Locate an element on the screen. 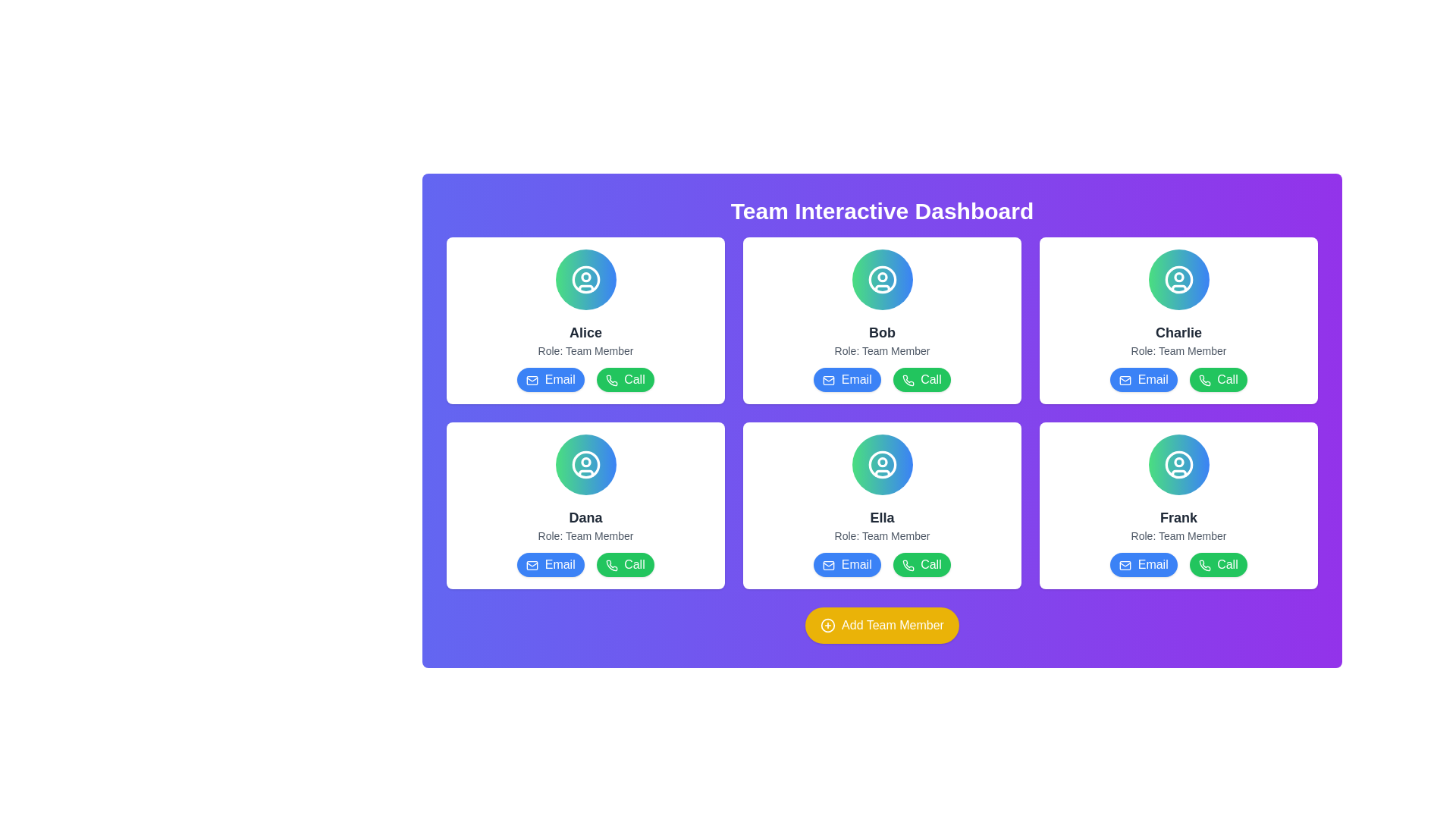 Image resolution: width=1456 pixels, height=819 pixels. static text label displaying 'Role: Team Member' located under the name 'Bob' within the profile card is located at coordinates (882, 350).